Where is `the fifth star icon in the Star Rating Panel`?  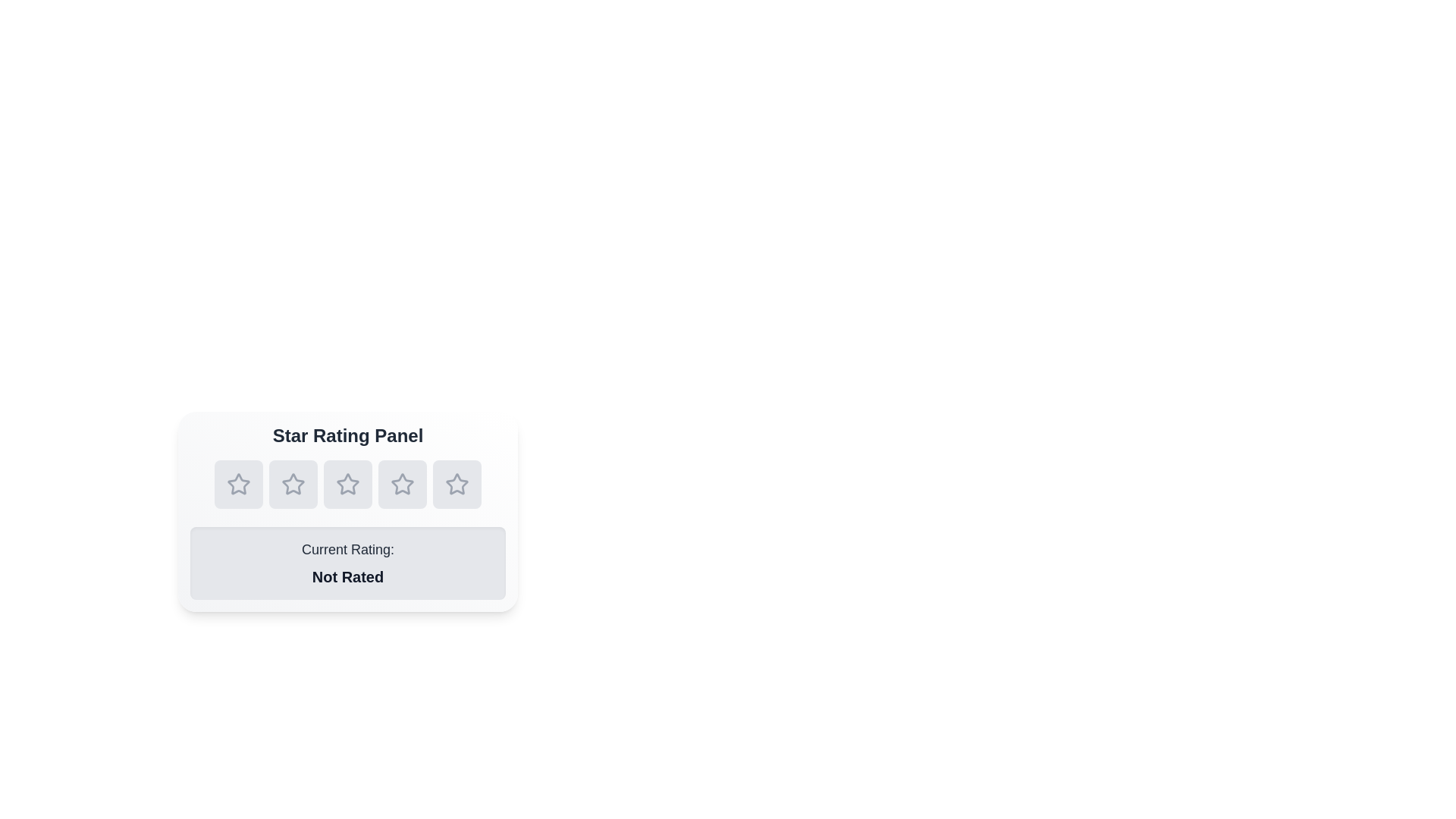
the fifth star icon in the Star Rating Panel is located at coordinates (457, 485).